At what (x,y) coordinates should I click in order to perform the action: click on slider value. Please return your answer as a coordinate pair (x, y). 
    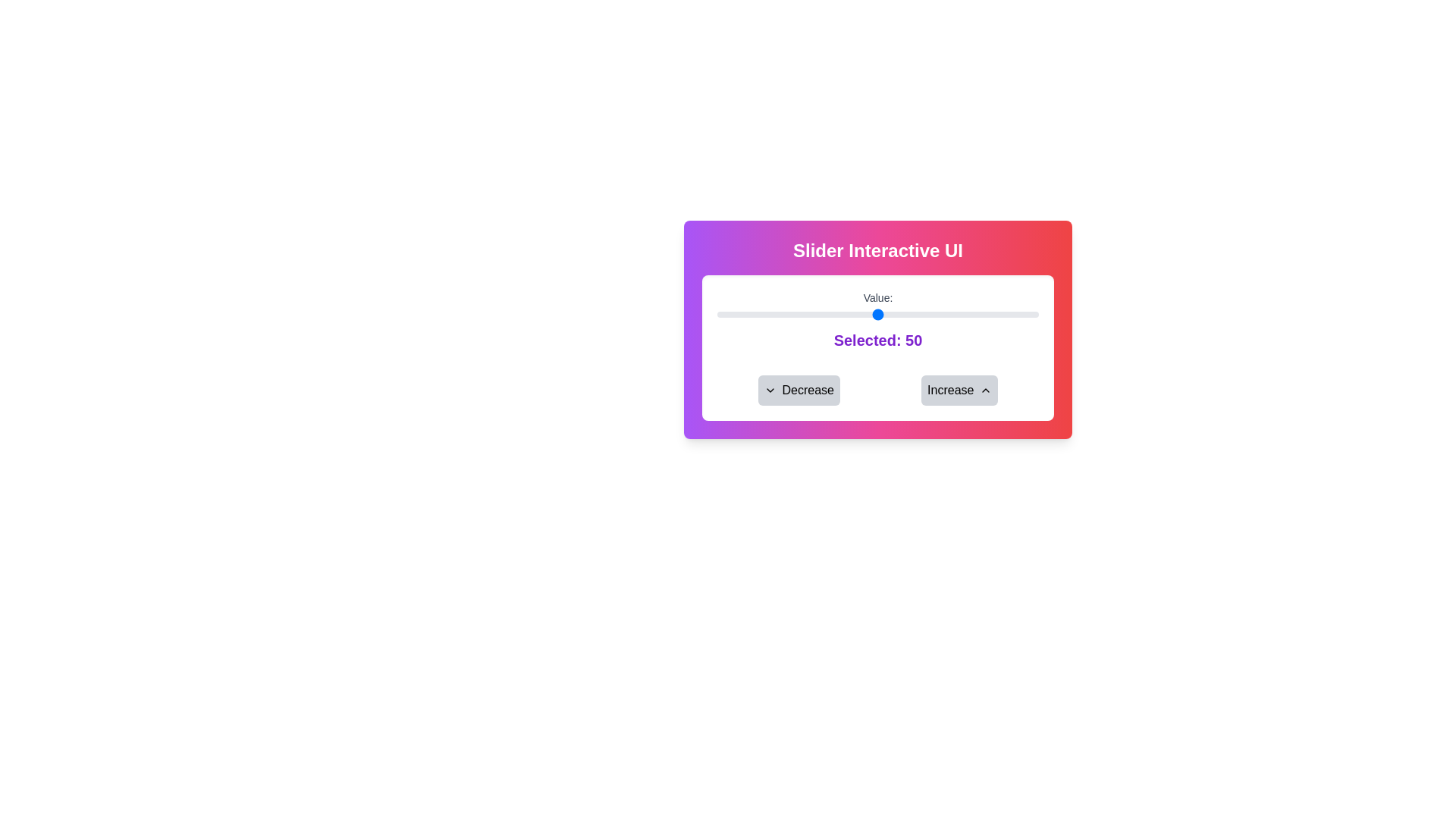
    Looking at the image, I should click on (720, 314).